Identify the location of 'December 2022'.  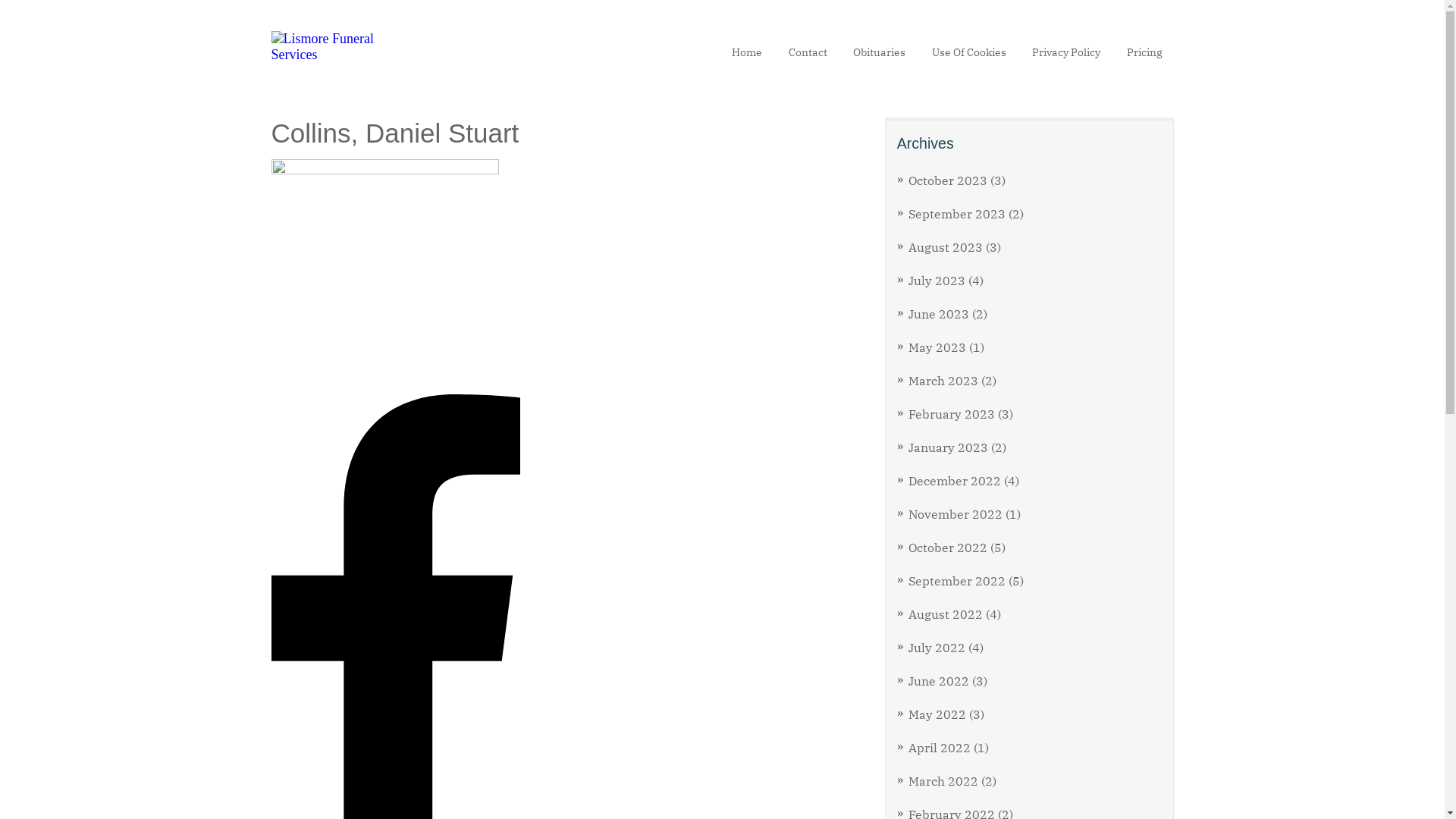
(953, 480).